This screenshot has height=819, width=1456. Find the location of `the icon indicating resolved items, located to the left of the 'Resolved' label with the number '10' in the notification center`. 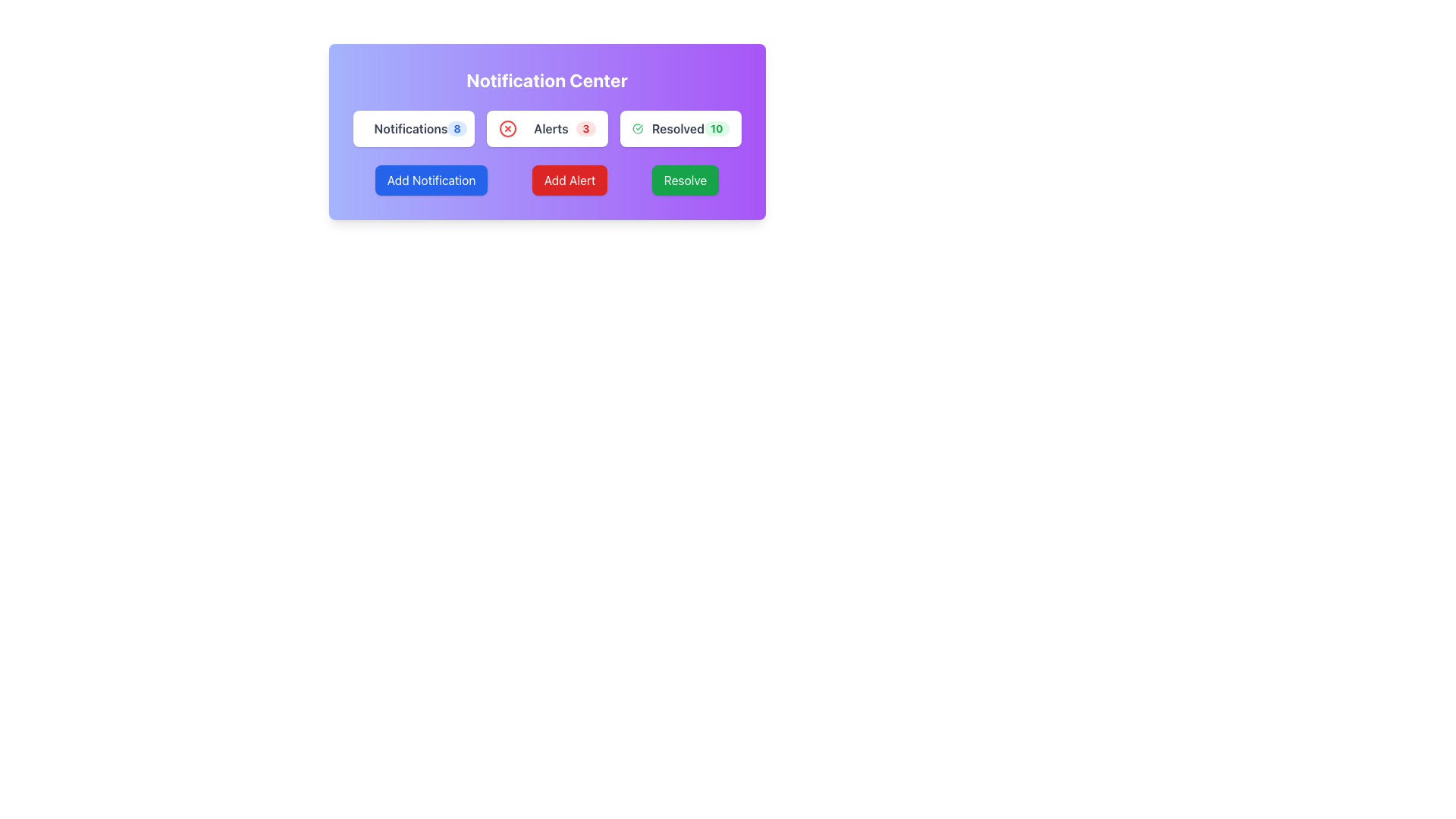

the icon indicating resolved items, located to the left of the 'Resolved' label with the number '10' in the notification center is located at coordinates (637, 127).